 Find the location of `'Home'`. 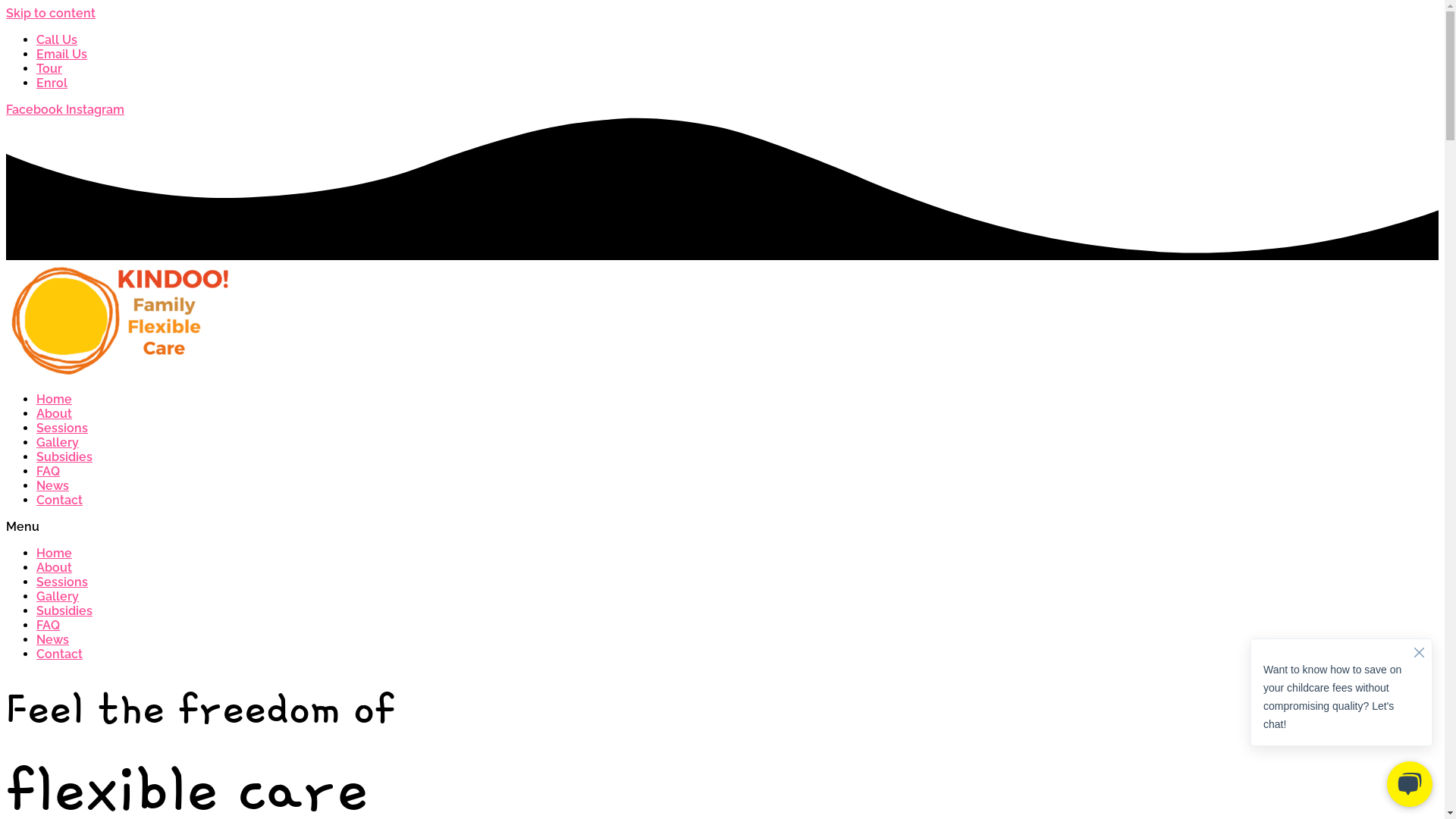

'Home' is located at coordinates (54, 398).